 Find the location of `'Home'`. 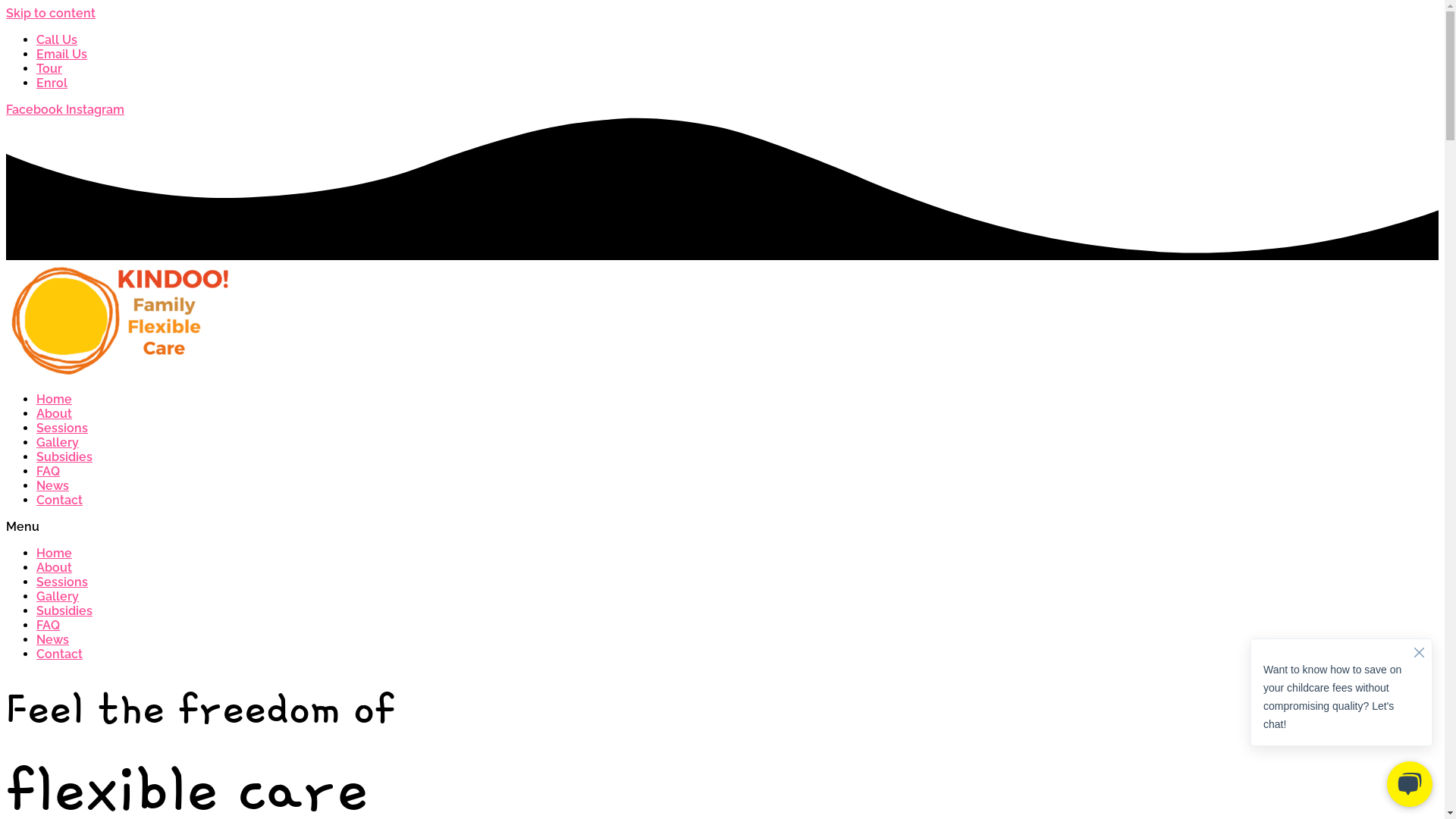

'Home' is located at coordinates (54, 398).